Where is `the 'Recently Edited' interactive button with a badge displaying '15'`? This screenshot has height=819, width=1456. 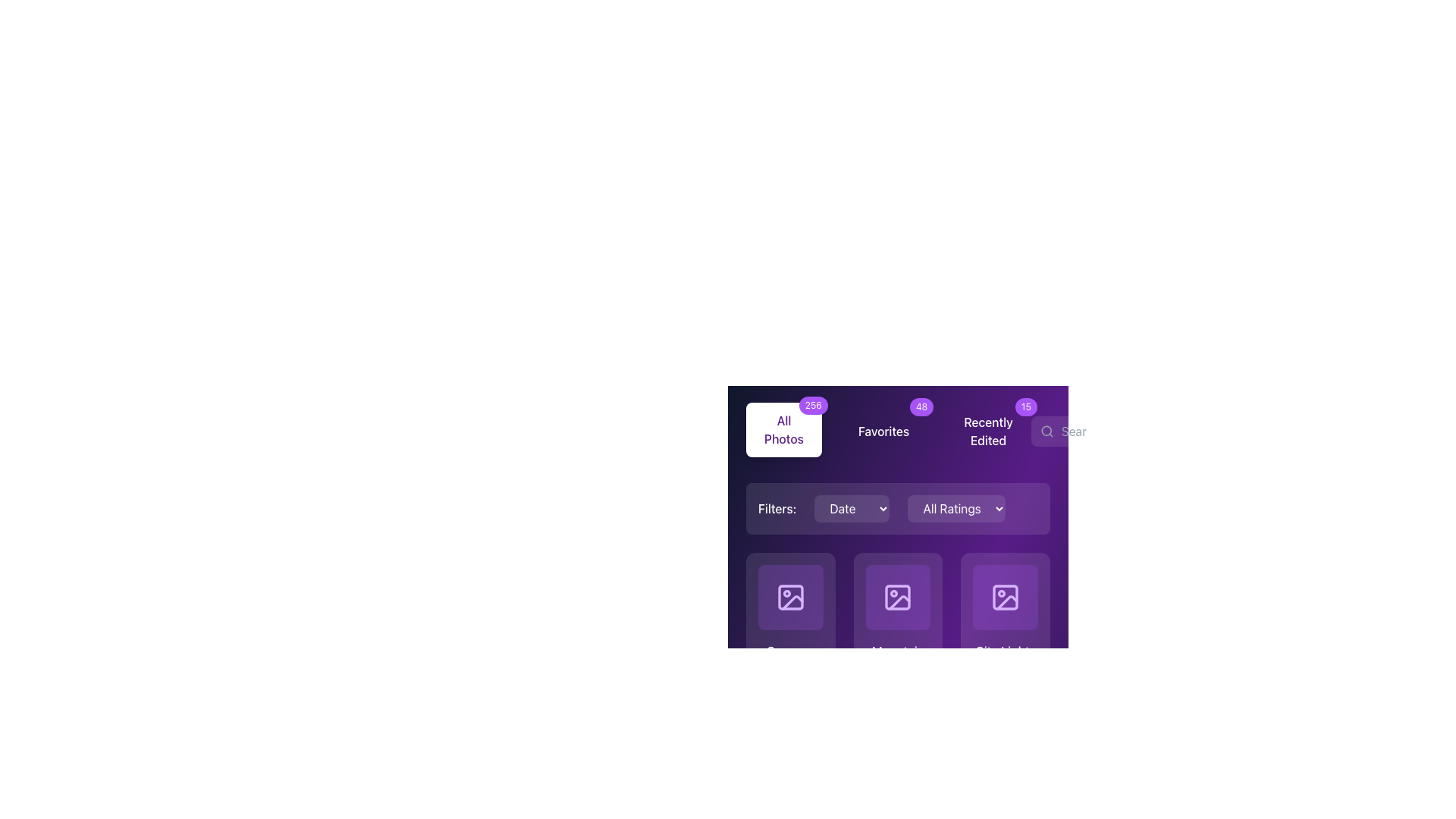 the 'Recently Edited' interactive button with a badge displaying '15' is located at coordinates (988, 431).